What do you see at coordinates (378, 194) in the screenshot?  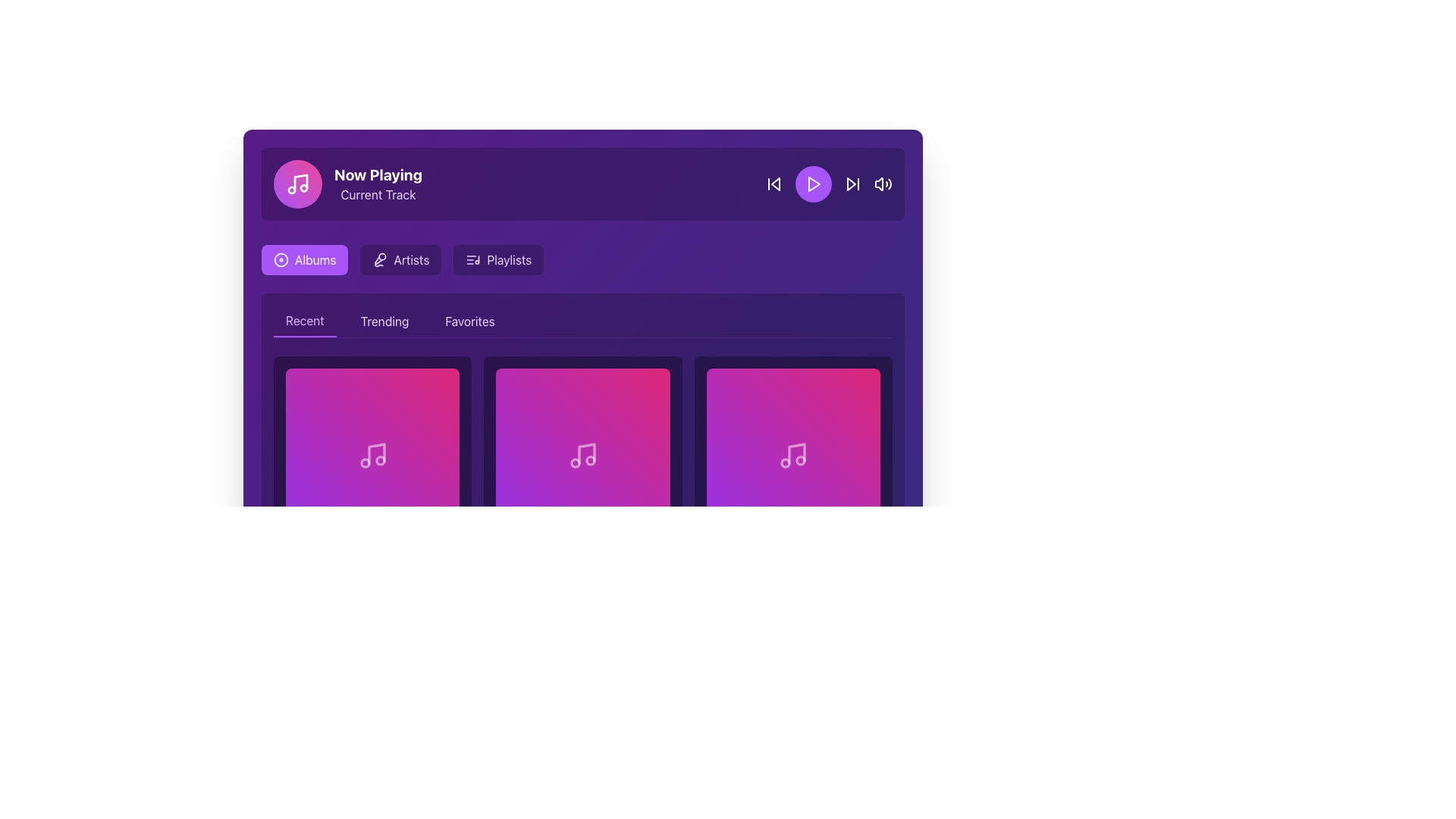 I see `the 'Current Track' label, which is displayed in soft purple color and positioned below the 'Now Playing' heading in the 'Now Playing' section` at bounding box center [378, 194].